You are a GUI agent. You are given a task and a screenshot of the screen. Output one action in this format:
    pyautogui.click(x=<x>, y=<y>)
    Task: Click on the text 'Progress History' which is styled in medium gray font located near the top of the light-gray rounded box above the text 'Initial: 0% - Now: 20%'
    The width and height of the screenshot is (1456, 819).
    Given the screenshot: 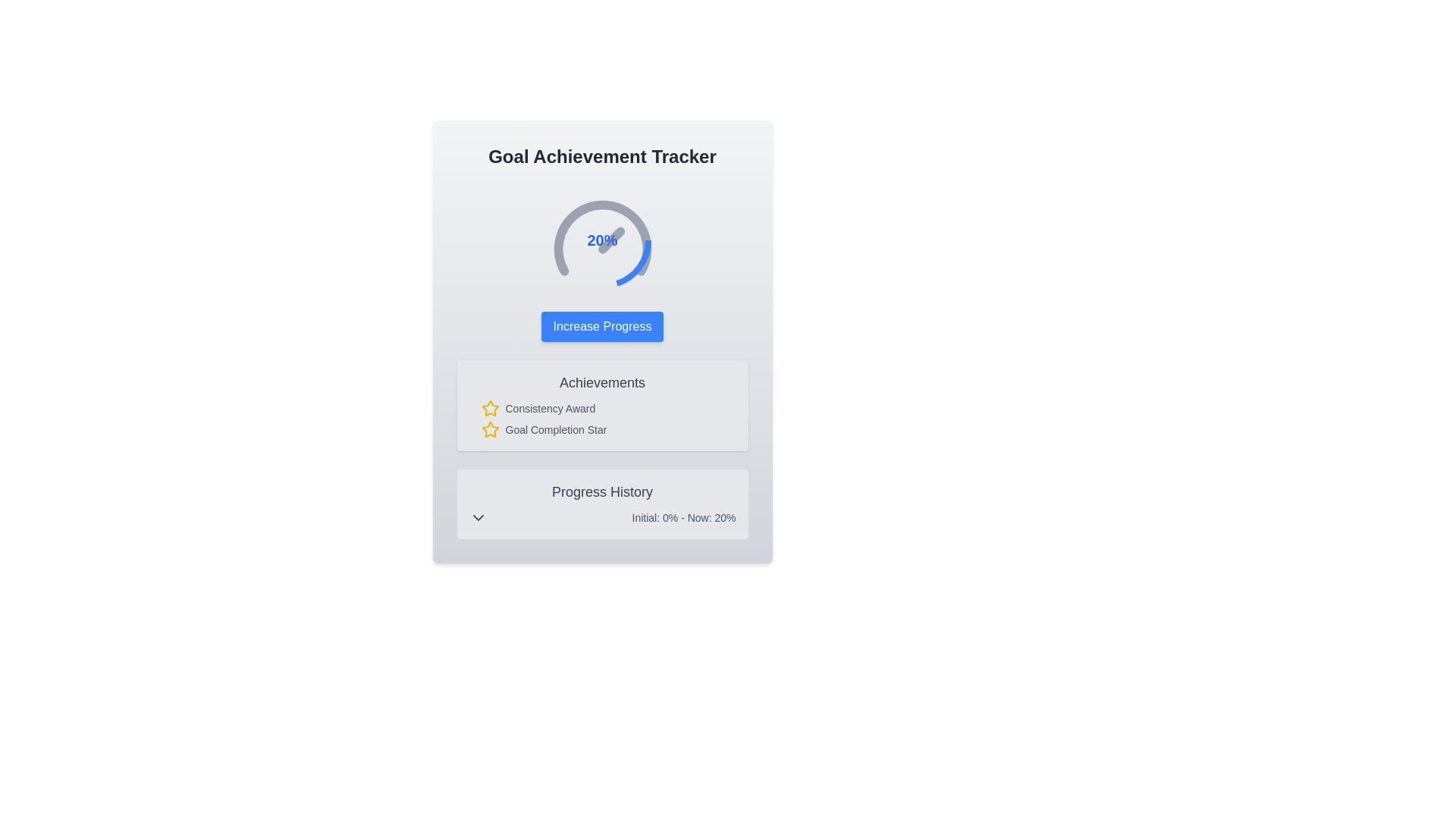 What is the action you would take?
    pyautogui.click(x=601, y=491)
    